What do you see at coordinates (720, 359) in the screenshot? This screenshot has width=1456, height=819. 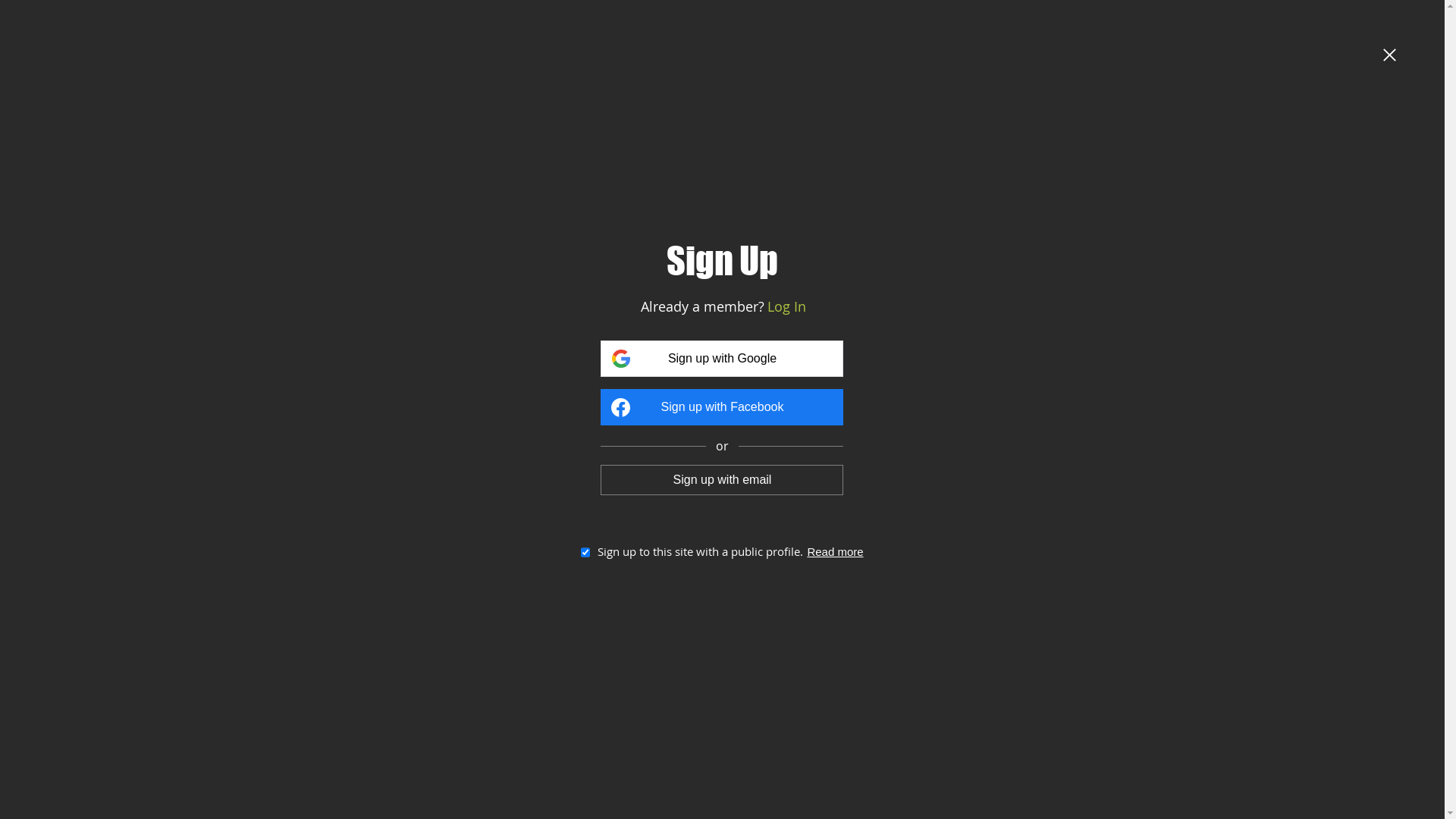 I see `'Sign up with Google'` at bounding box center [720, 359].